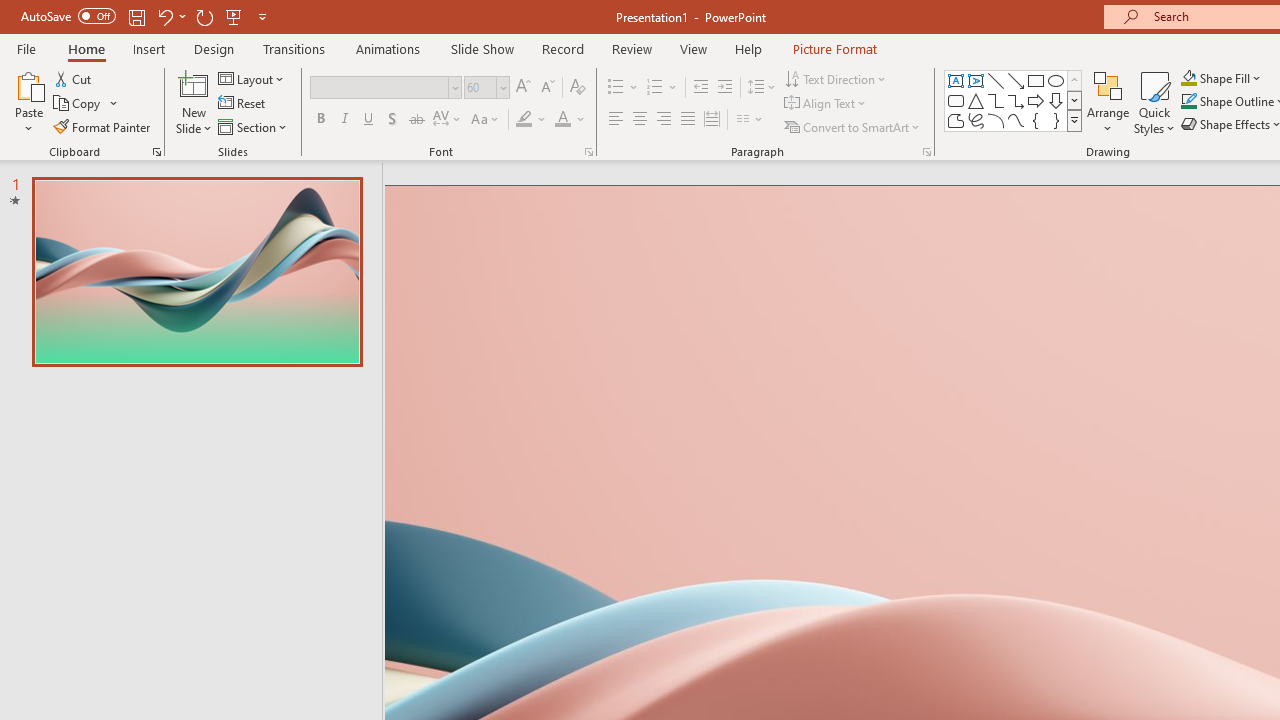  I want to click on 'Arrow: Down', so click(1055, 100).